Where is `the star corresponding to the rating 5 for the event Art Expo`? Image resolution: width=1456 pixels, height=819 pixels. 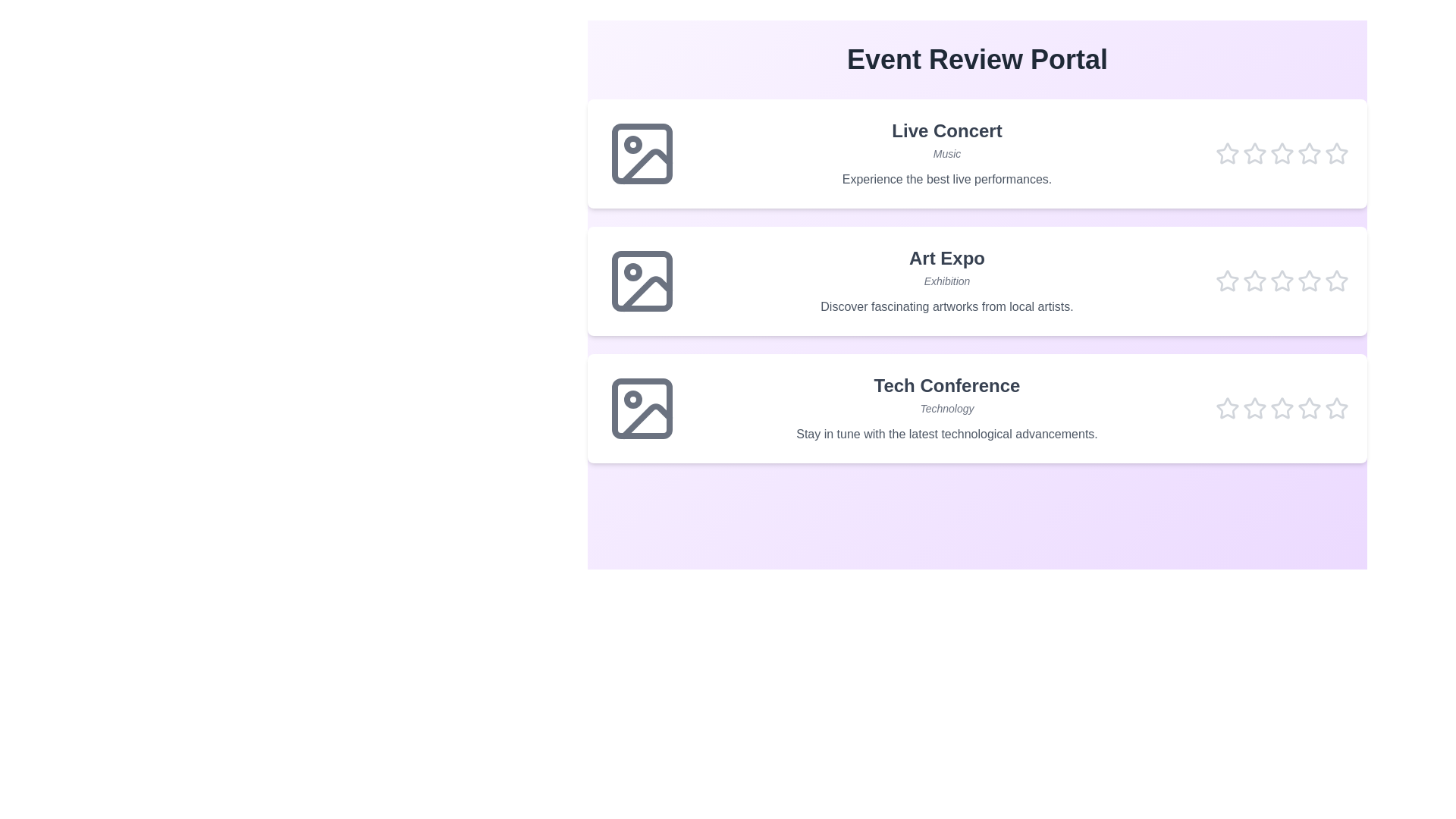
the star corresponding to the rating 5 for the event Art Expo is located at coordinates (1336, 281).